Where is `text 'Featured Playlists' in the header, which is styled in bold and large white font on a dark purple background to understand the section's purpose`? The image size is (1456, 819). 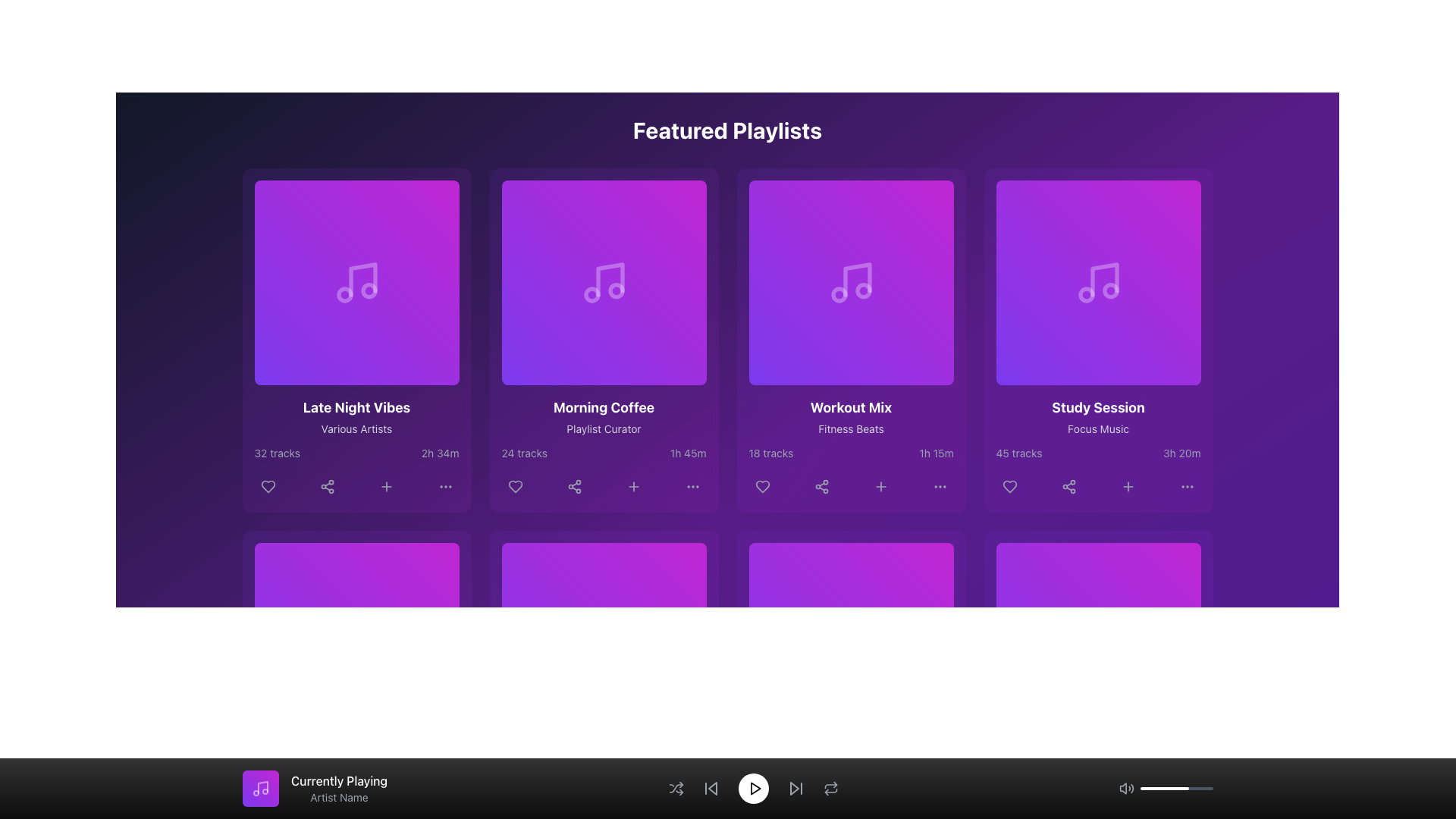 text 'Featured Playlists' in the header, which is styled in bold and large white font on a dark purple background to understand the section's purpose is located at coordinates (726, 130).